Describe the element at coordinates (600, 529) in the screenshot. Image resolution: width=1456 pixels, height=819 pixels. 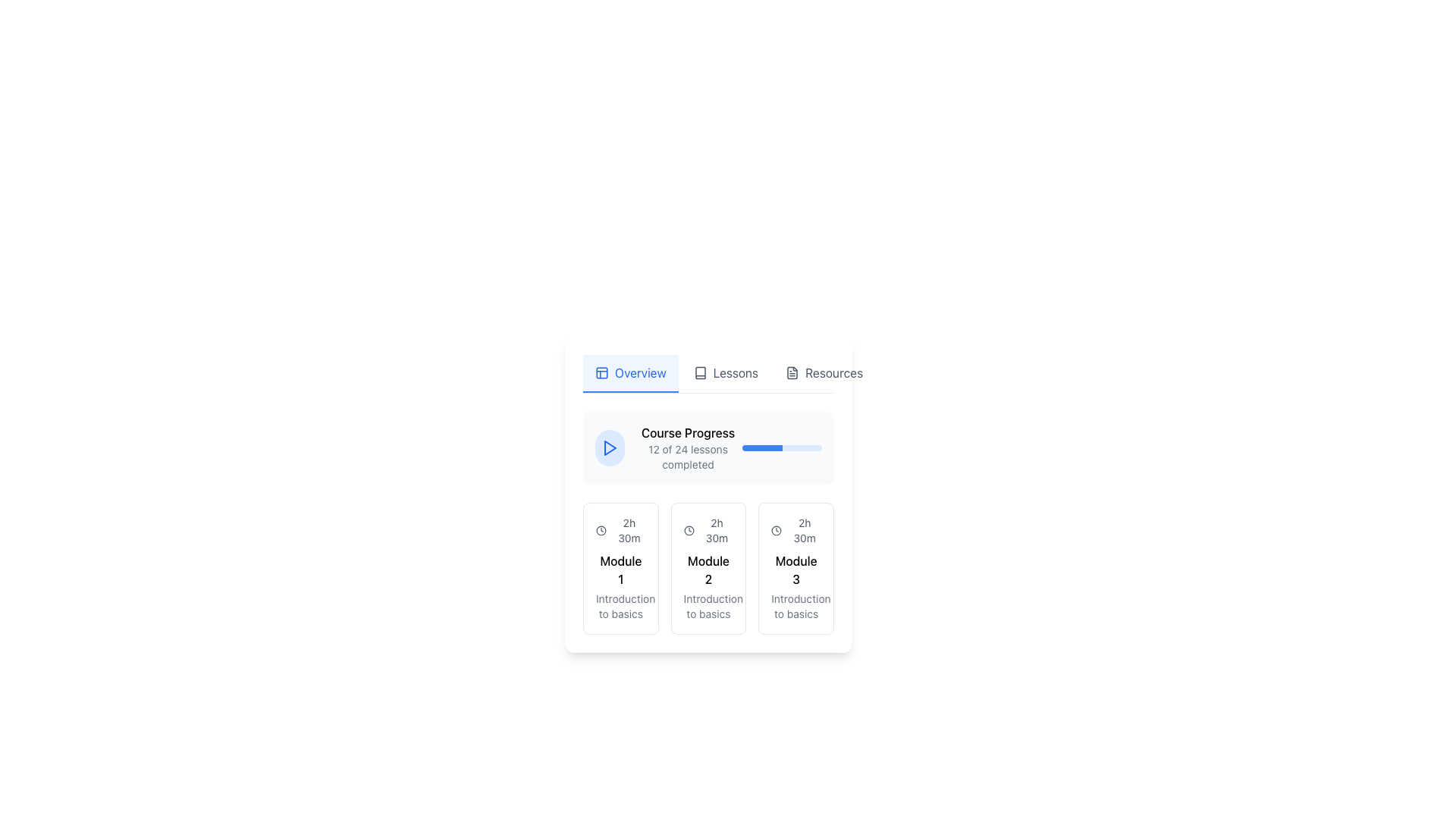
I see `the decorative clock icon indicating the time duration within the first card labeled 'Module 1', positioned to the left of the text '2h 30m'` at that location.